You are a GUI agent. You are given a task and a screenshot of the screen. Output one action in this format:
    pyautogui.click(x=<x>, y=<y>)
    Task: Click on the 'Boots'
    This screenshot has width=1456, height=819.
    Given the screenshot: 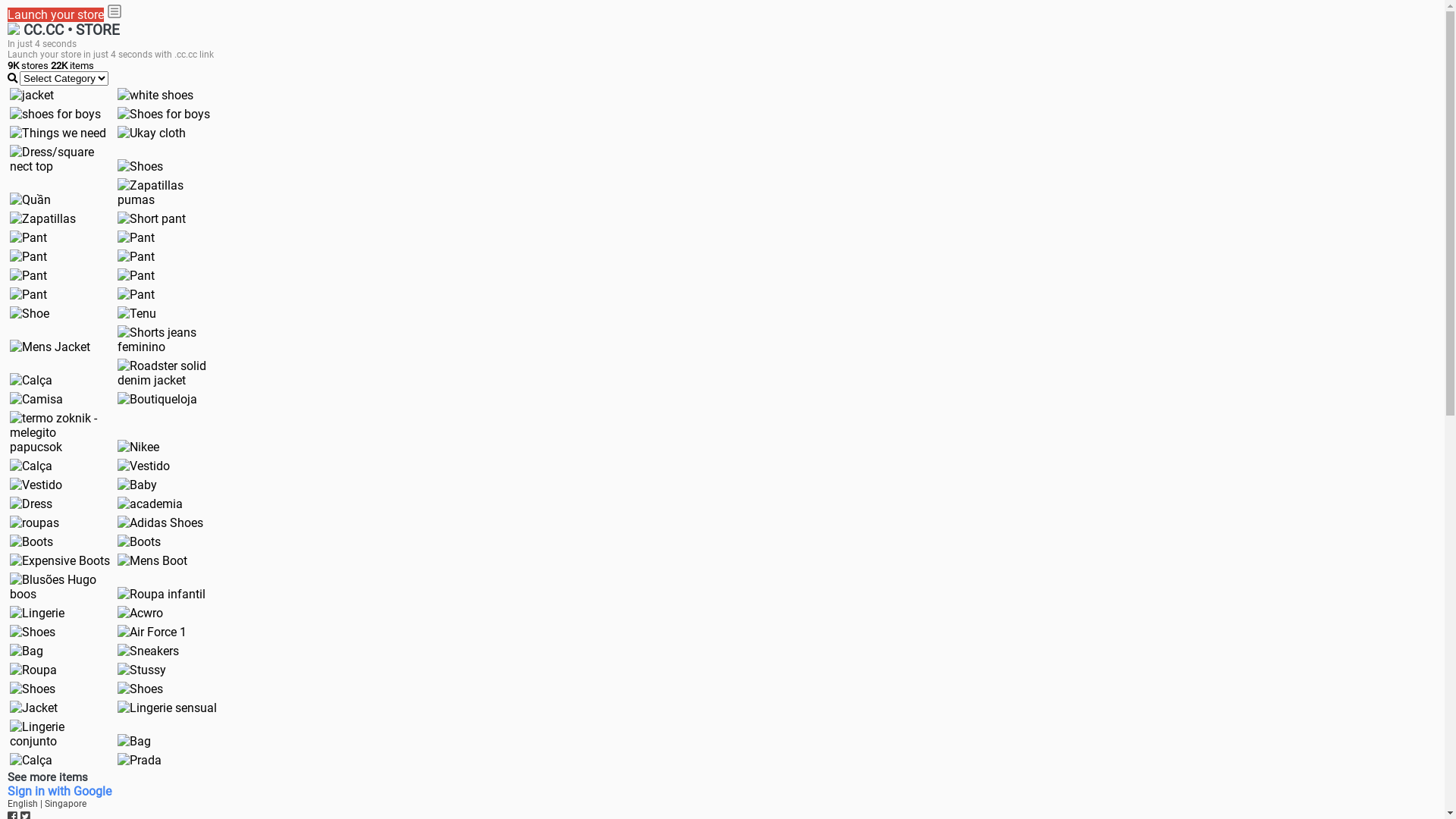 What is the action you would take?
    pyautogui.click(x=10, y=541)
    